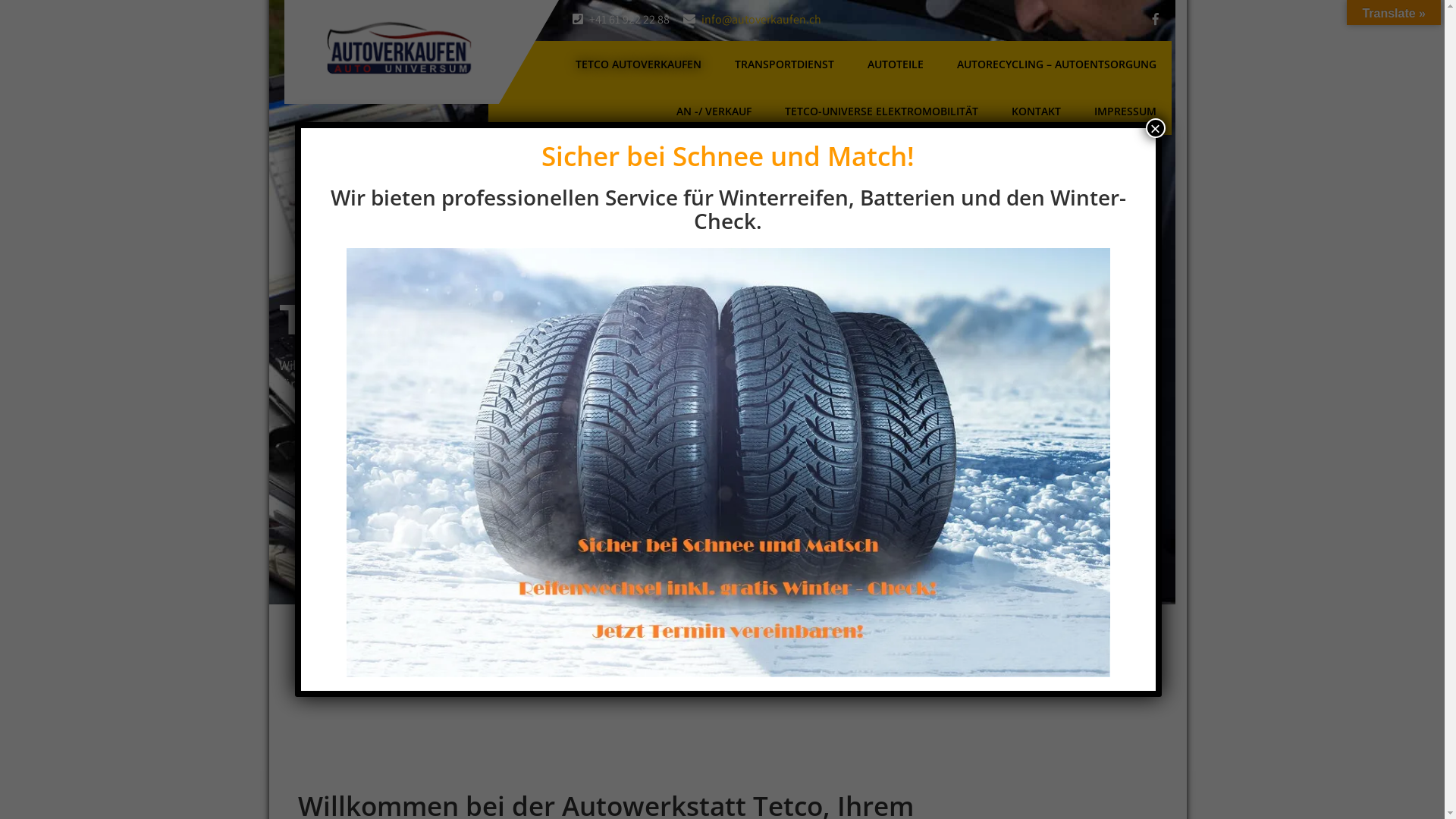  I want to click on 'AUTOTEILE', so click(895, 63).